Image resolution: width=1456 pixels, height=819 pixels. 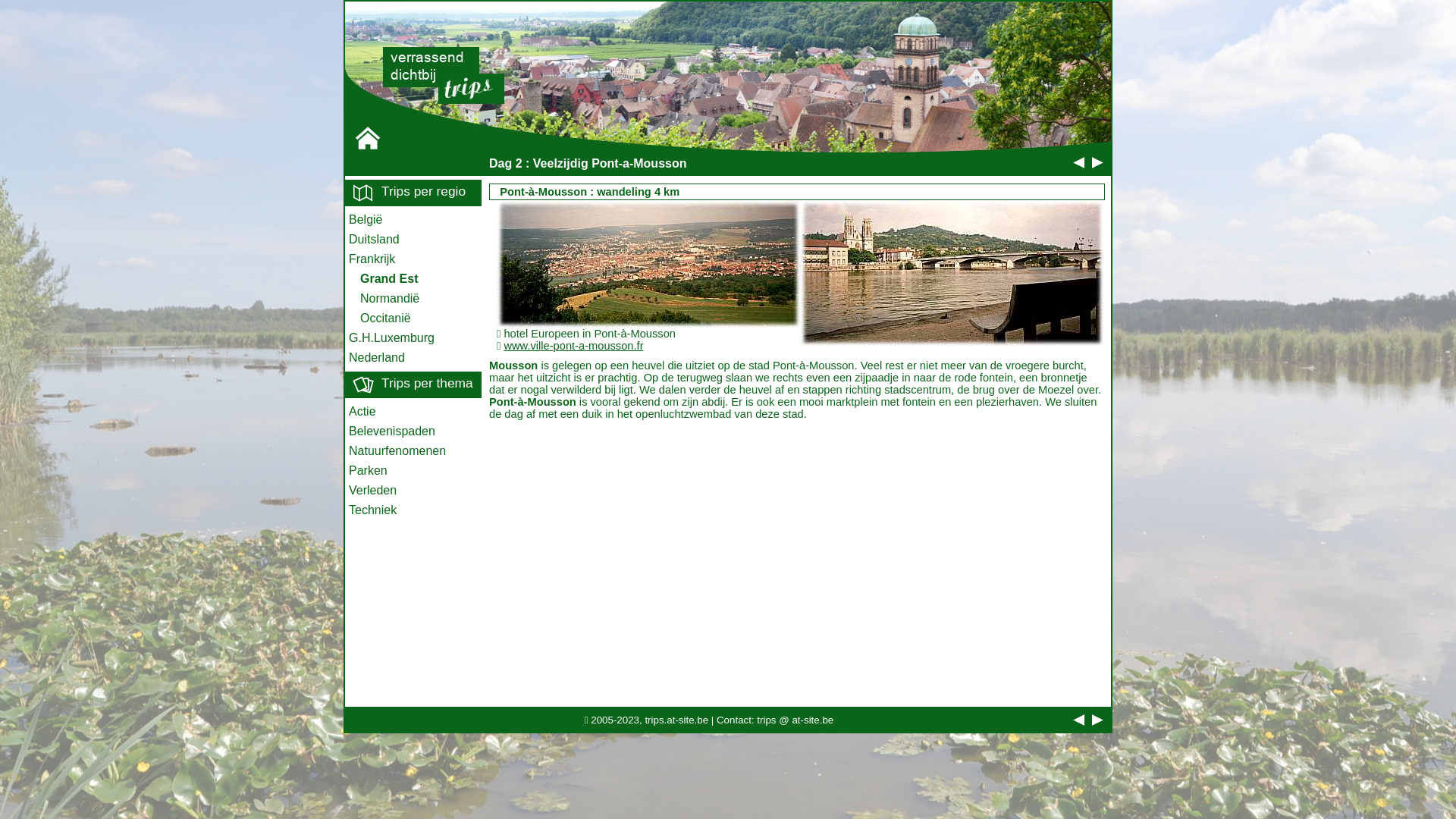 I want to click on 'Frankrijk', so click(x=413, y=259).